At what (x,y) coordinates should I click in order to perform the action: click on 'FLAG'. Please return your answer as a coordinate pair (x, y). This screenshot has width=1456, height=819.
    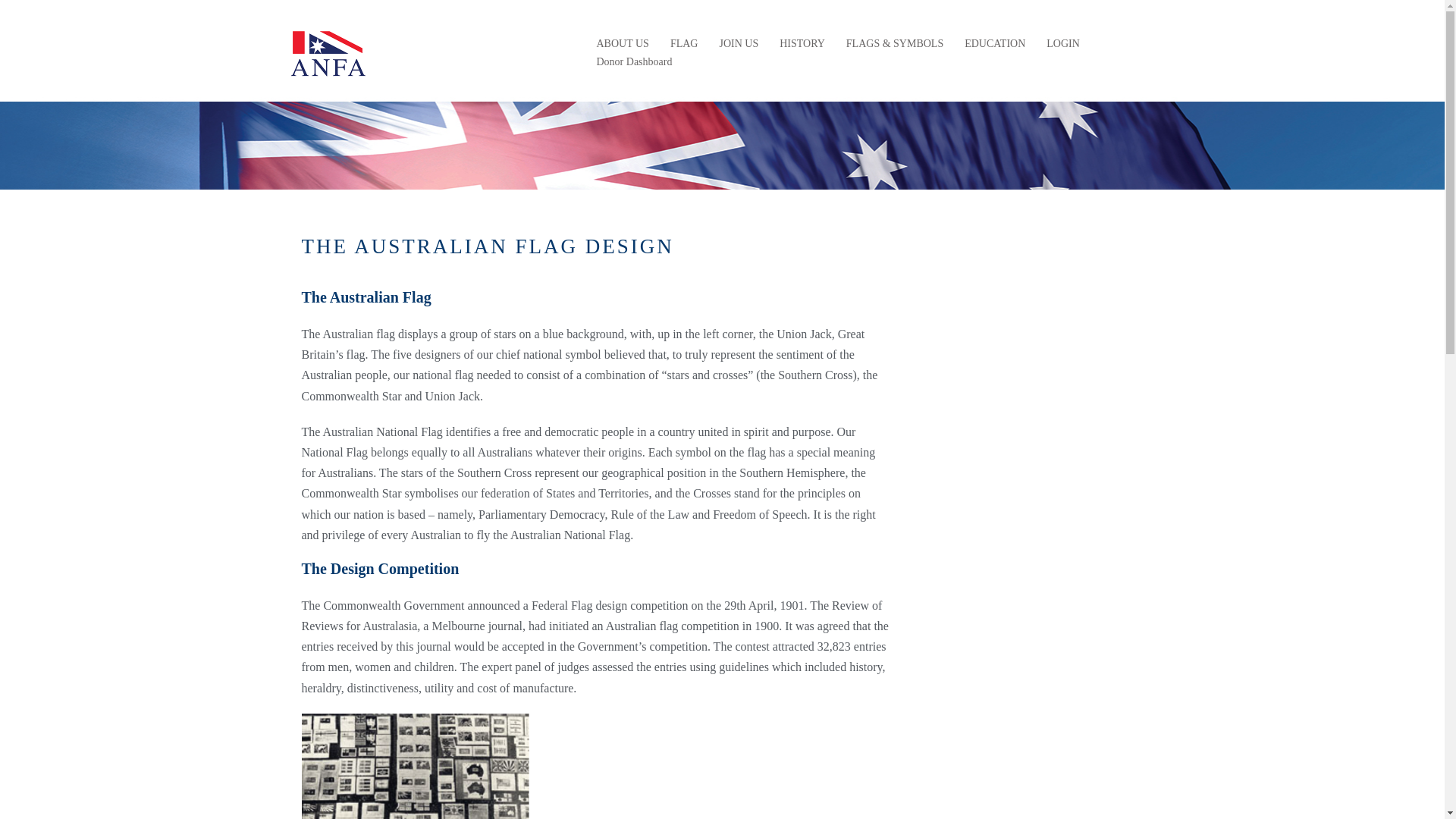
    Looking at the image, I should click on (683, 42).